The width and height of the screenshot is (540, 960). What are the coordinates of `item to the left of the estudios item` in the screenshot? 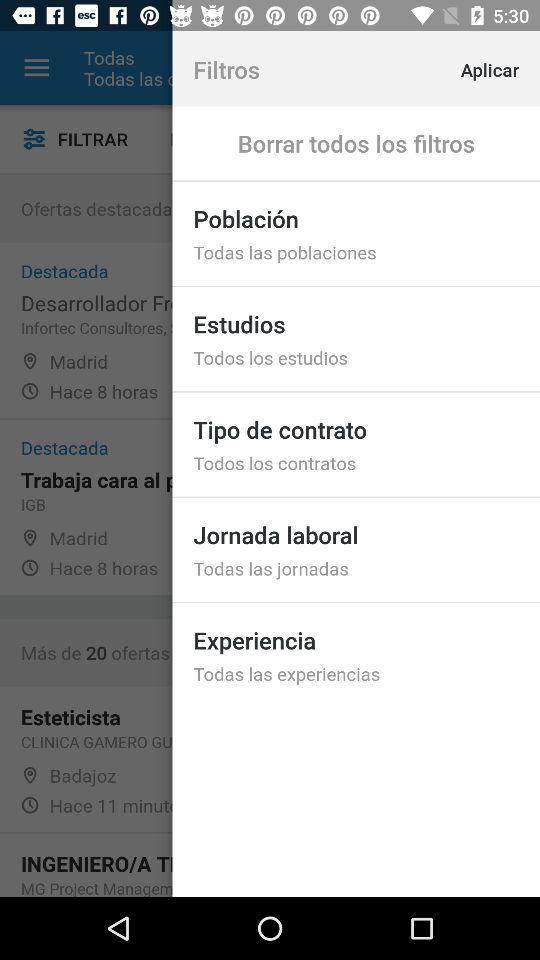 It's located at (219, 138).